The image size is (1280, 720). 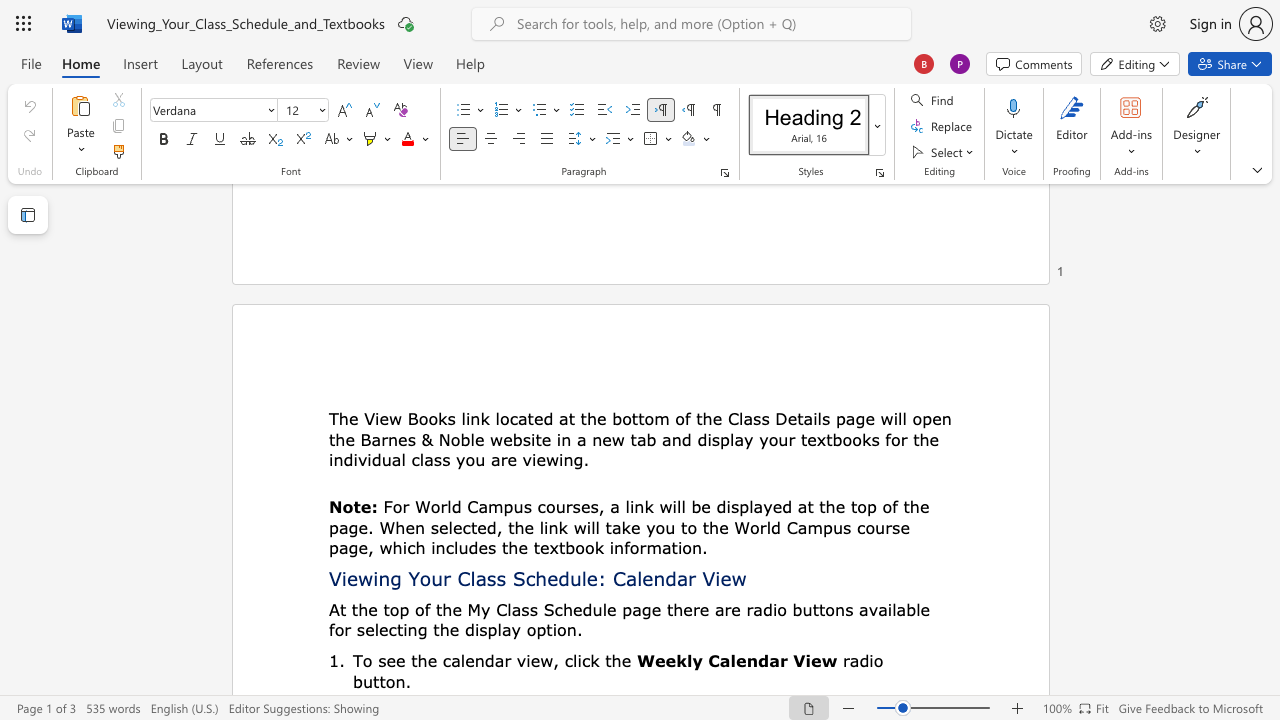 I want to click on the 3th character "t" in the text, so click(x=386, y=608).